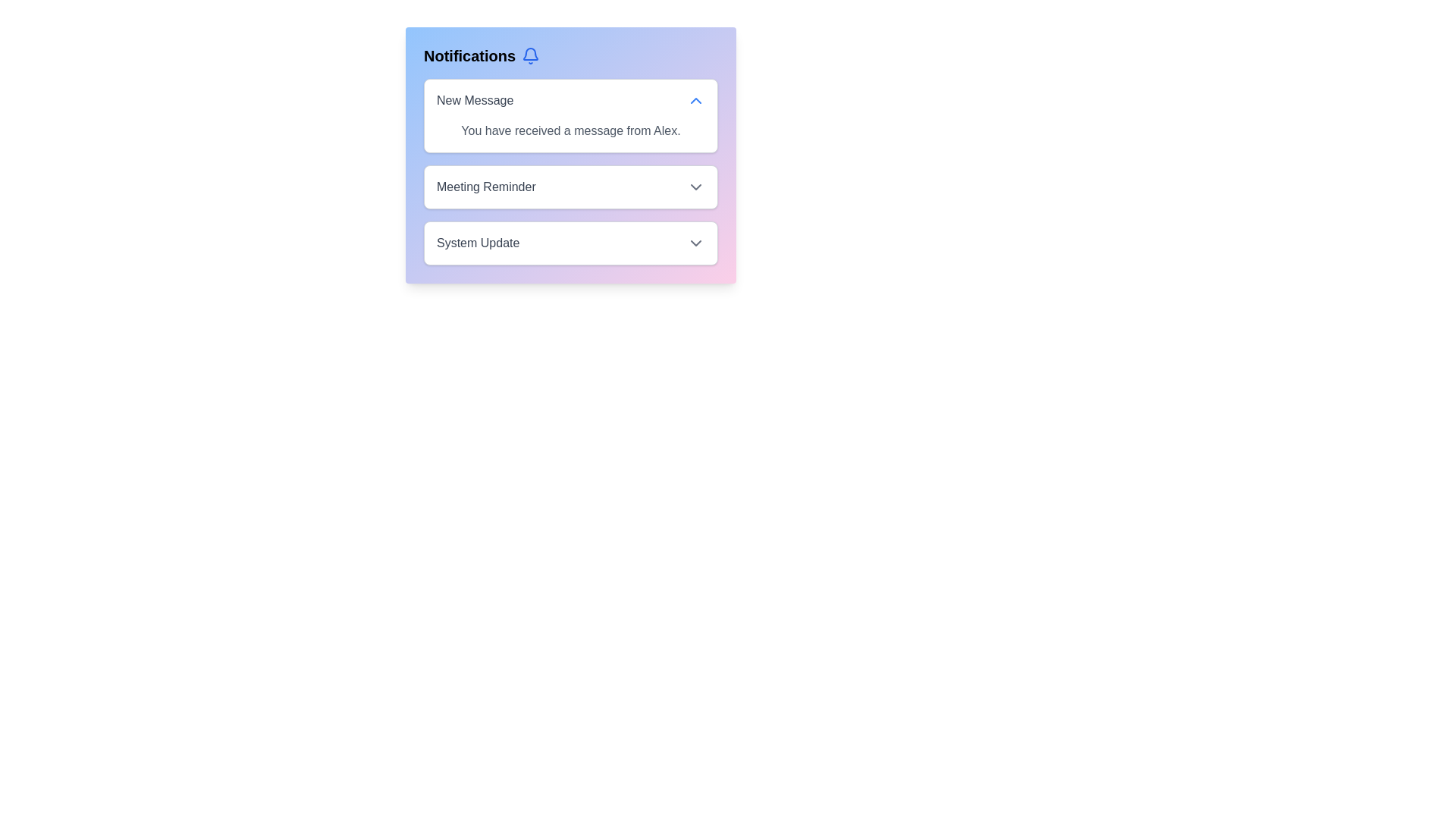  What do you see at coordinates (531, 55) in the screenshot?
I see `the blue bell-shaped icon located to the right of the 'Notifications' heading` at bounding box center [531, 55].